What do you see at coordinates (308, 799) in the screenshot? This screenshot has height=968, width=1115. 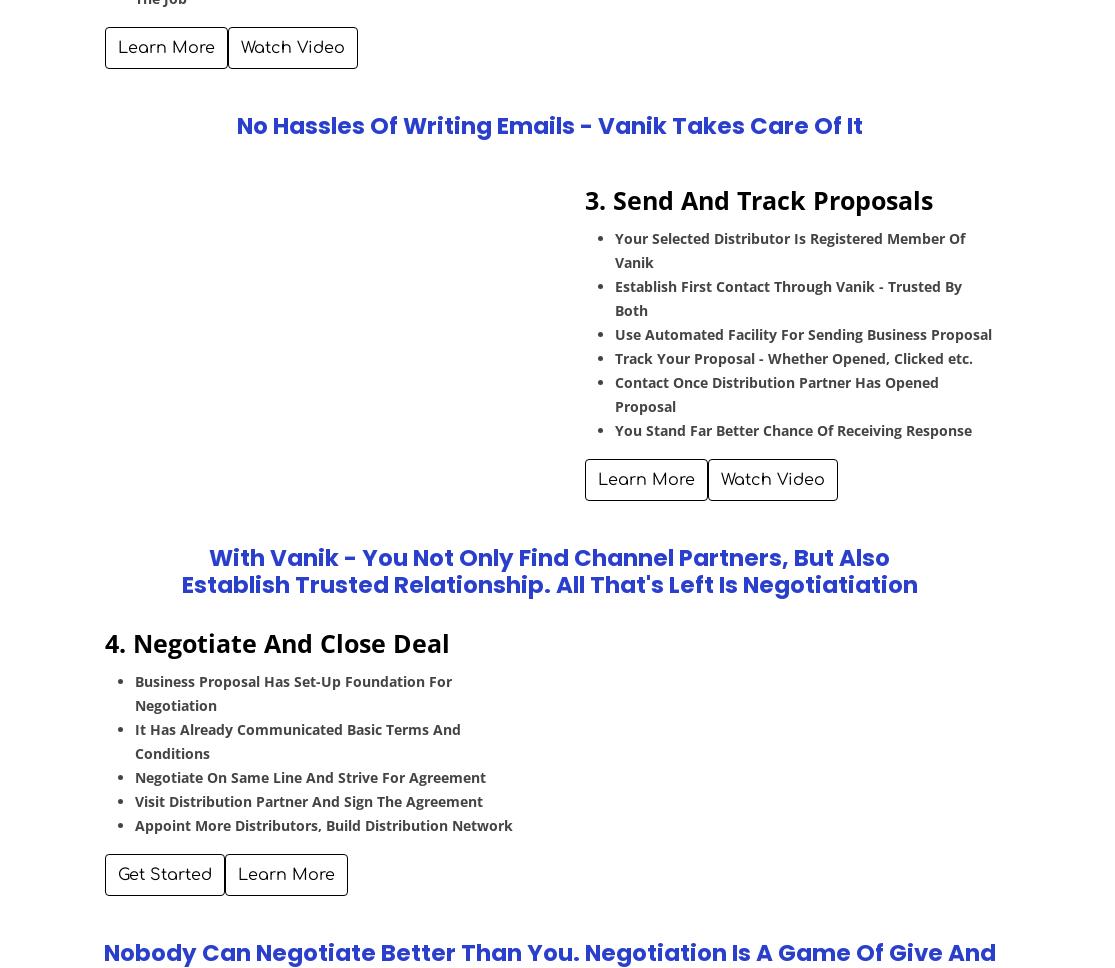 I see `'Visit Distribution Partner And Sign The Agreement'` at bounding box center [308, 799].